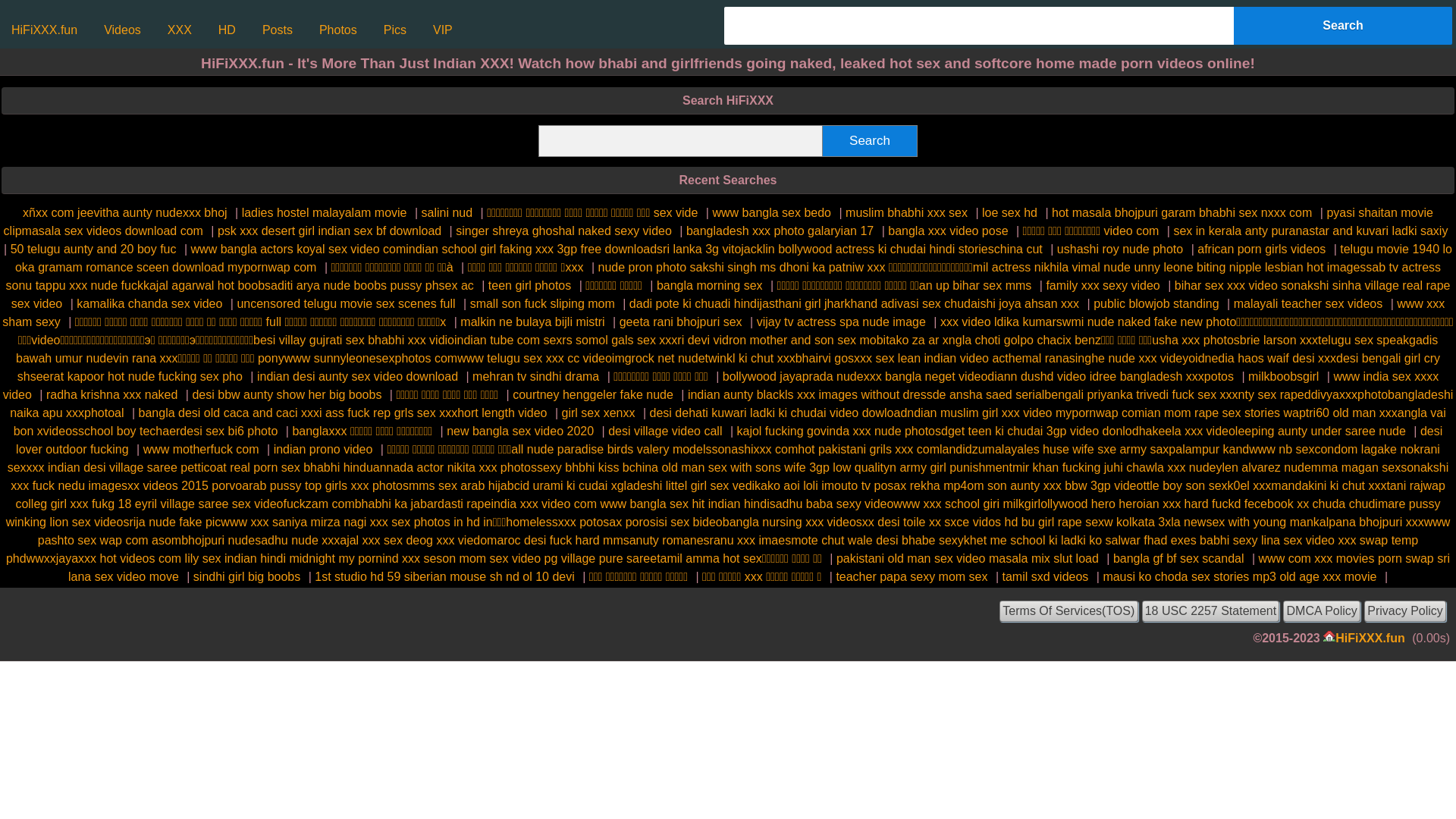 The image size is (1456, 819). Describe the element at coordinates (425, 30) in the screenshot. I see `'VIP'` at that location.